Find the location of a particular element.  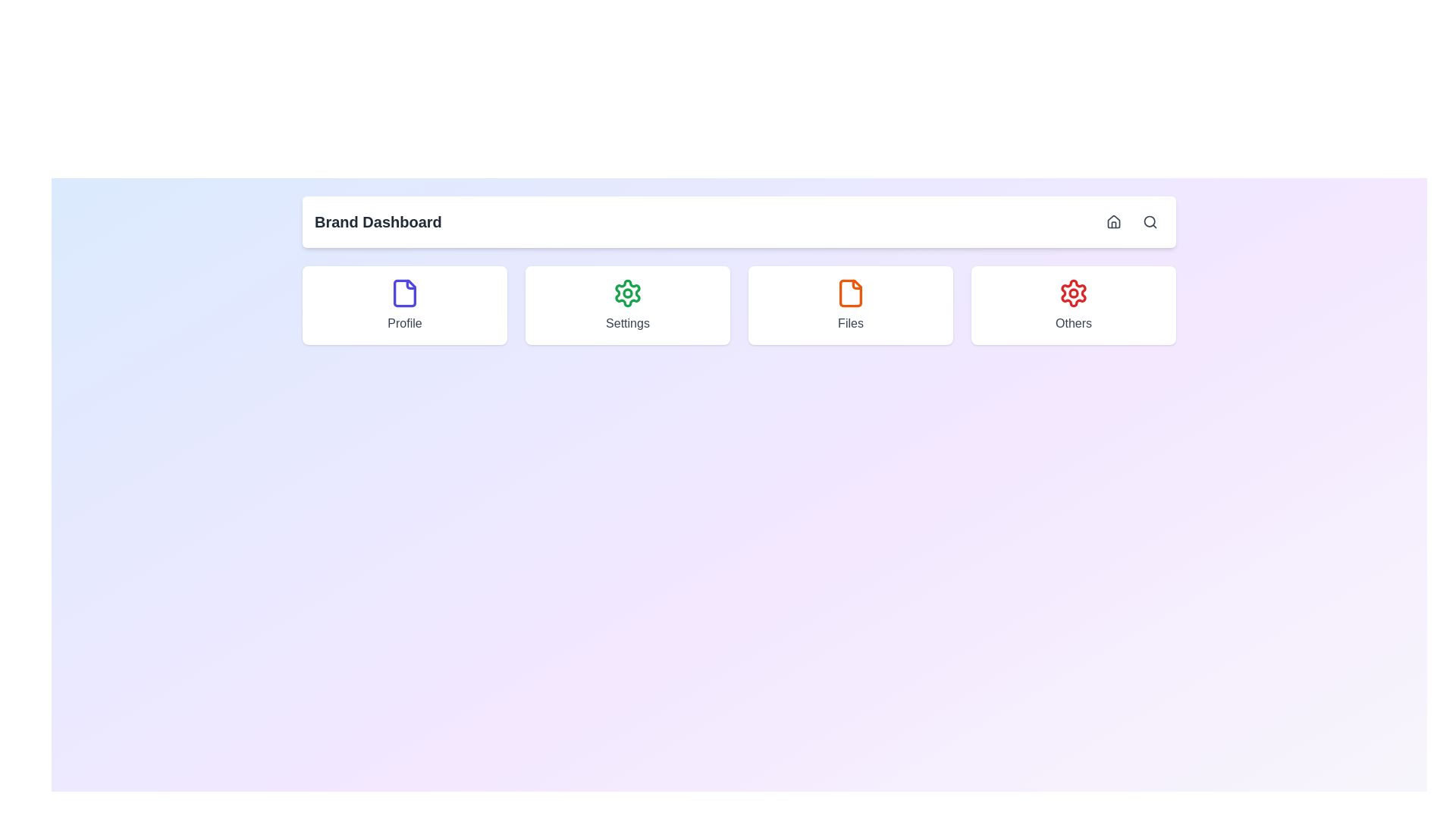

the green gear icon that is centered above the 'Settings' text is located at coordinates (628, 293).